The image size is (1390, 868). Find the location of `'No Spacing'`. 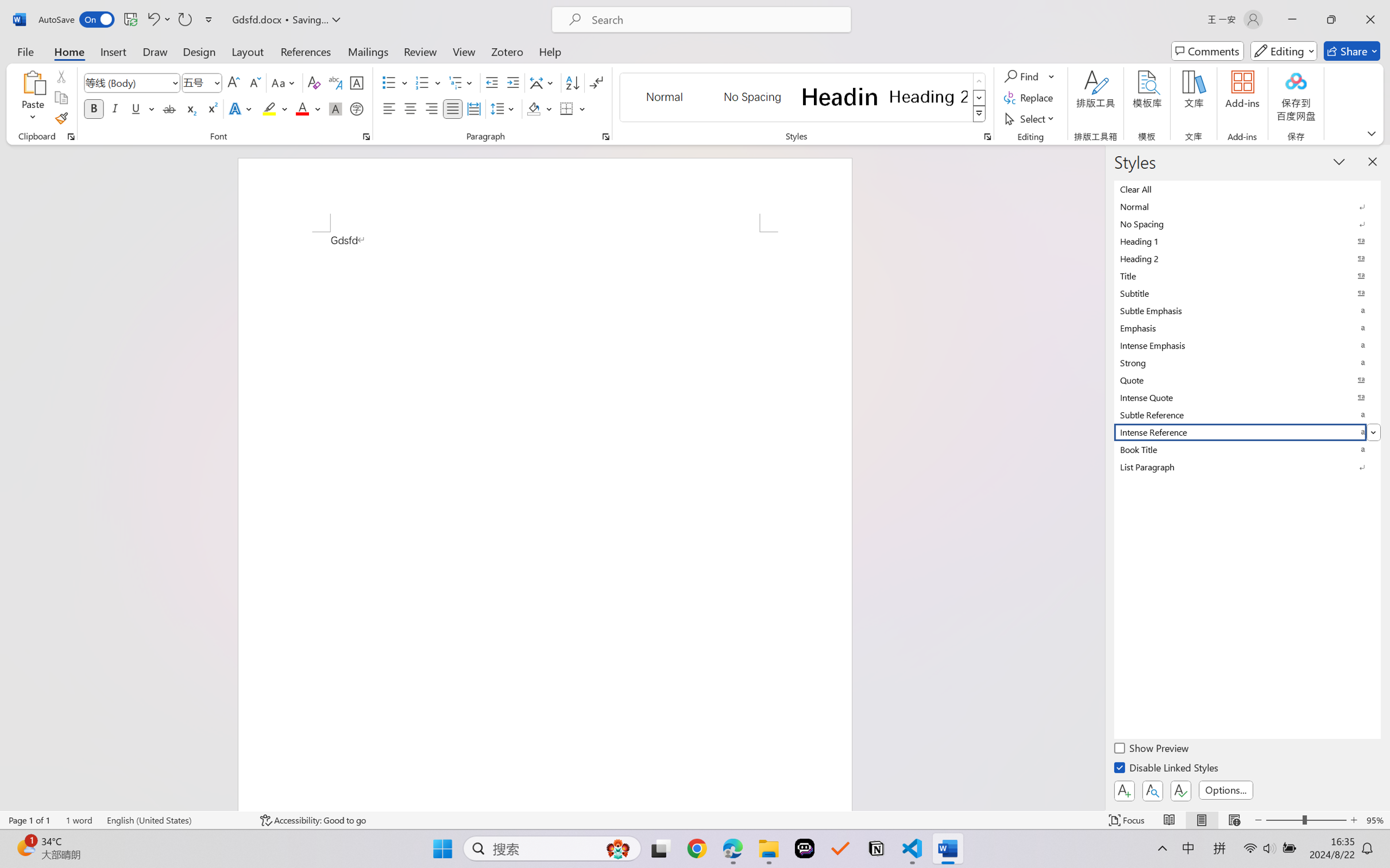

'No Spacing' is located at coordinates (1247, 223).